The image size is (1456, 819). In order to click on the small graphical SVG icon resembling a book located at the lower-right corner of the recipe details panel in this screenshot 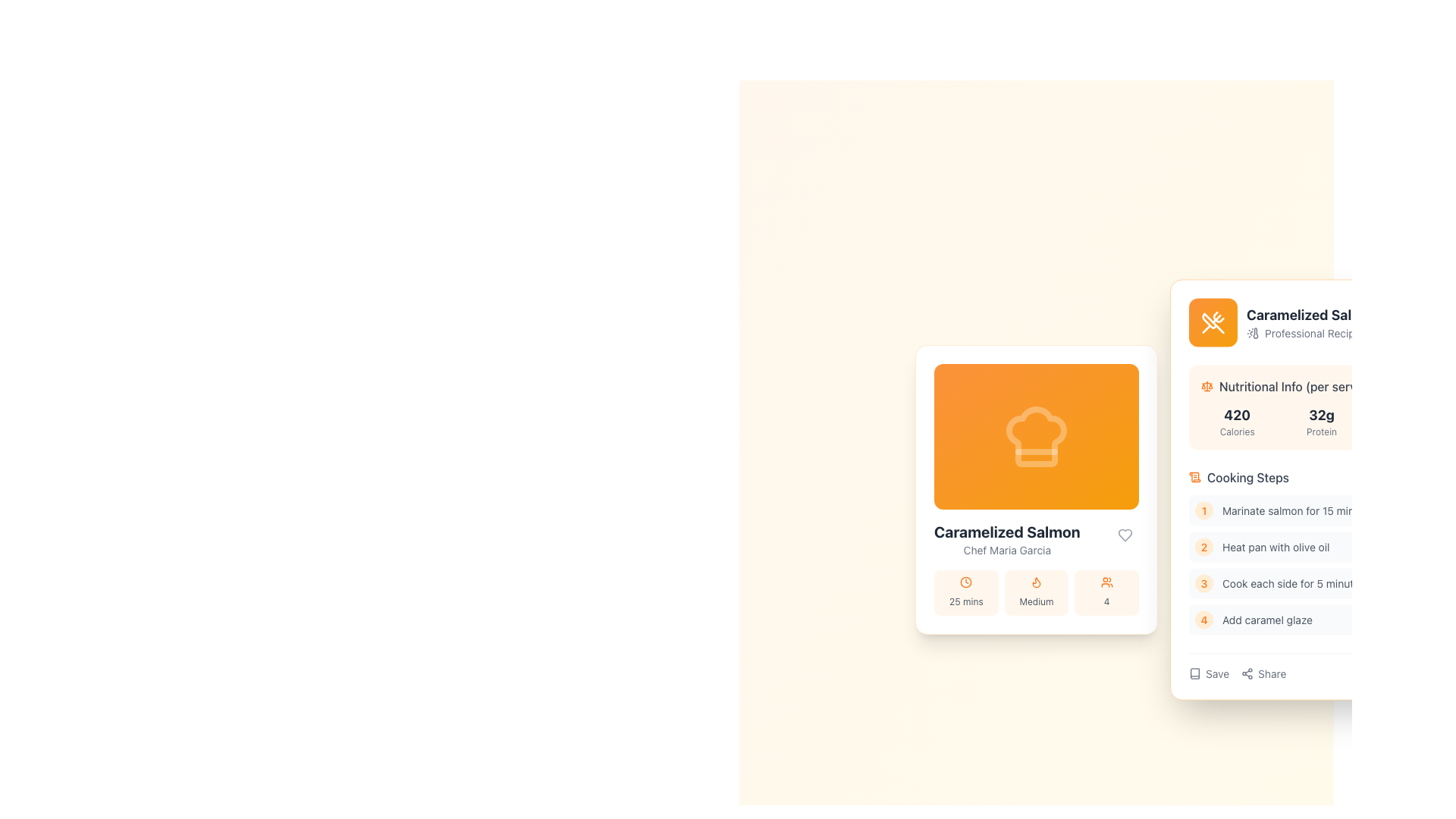, I will do `click(1194, 672)`.